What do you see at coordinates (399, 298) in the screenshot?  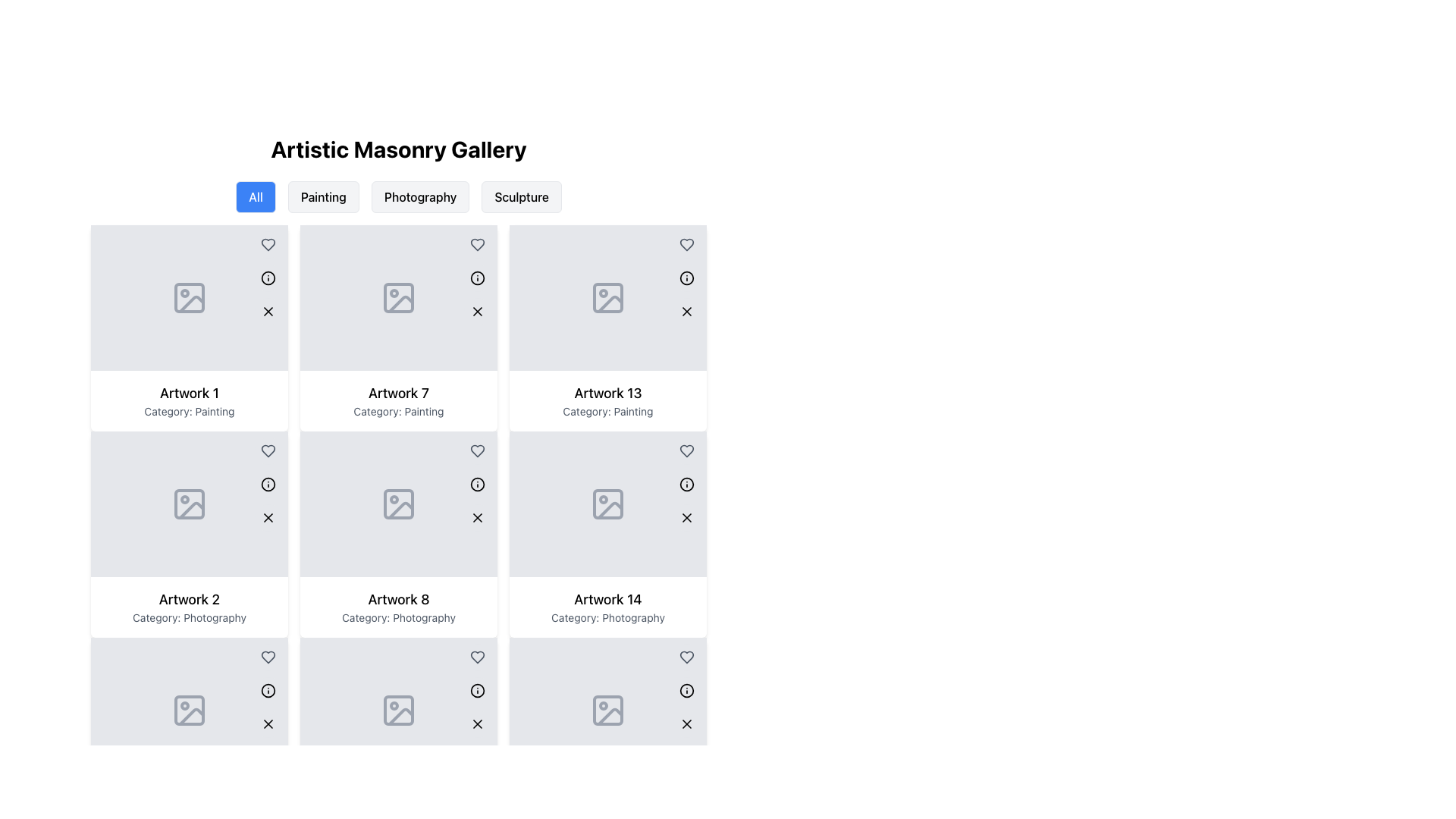 I see `the decorative graphic element, which is a hollow rectangular shape located inside the icon depicting a mountain and a sun in the 'Artwork 7' card, positioned in the second column and second row of the gallery` at bounding box center [399, 298].